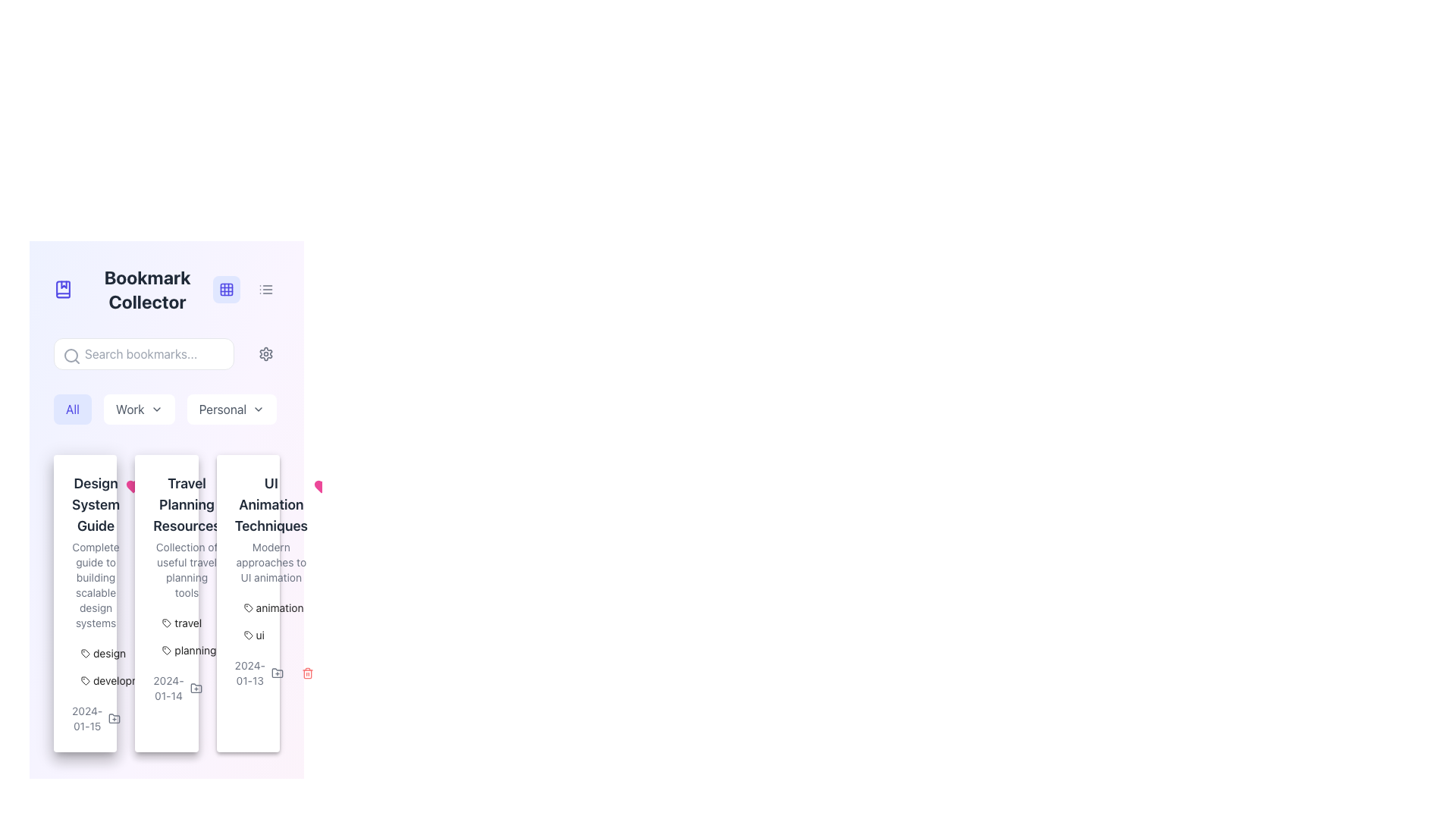 Image resolution: width=1456 pixels, height=819 pixels. I want to click on the Text label that serves as the title for the second card in a horizontal list of cards, which is centrally positioned and above the descriptive text block, so click(186, 505).